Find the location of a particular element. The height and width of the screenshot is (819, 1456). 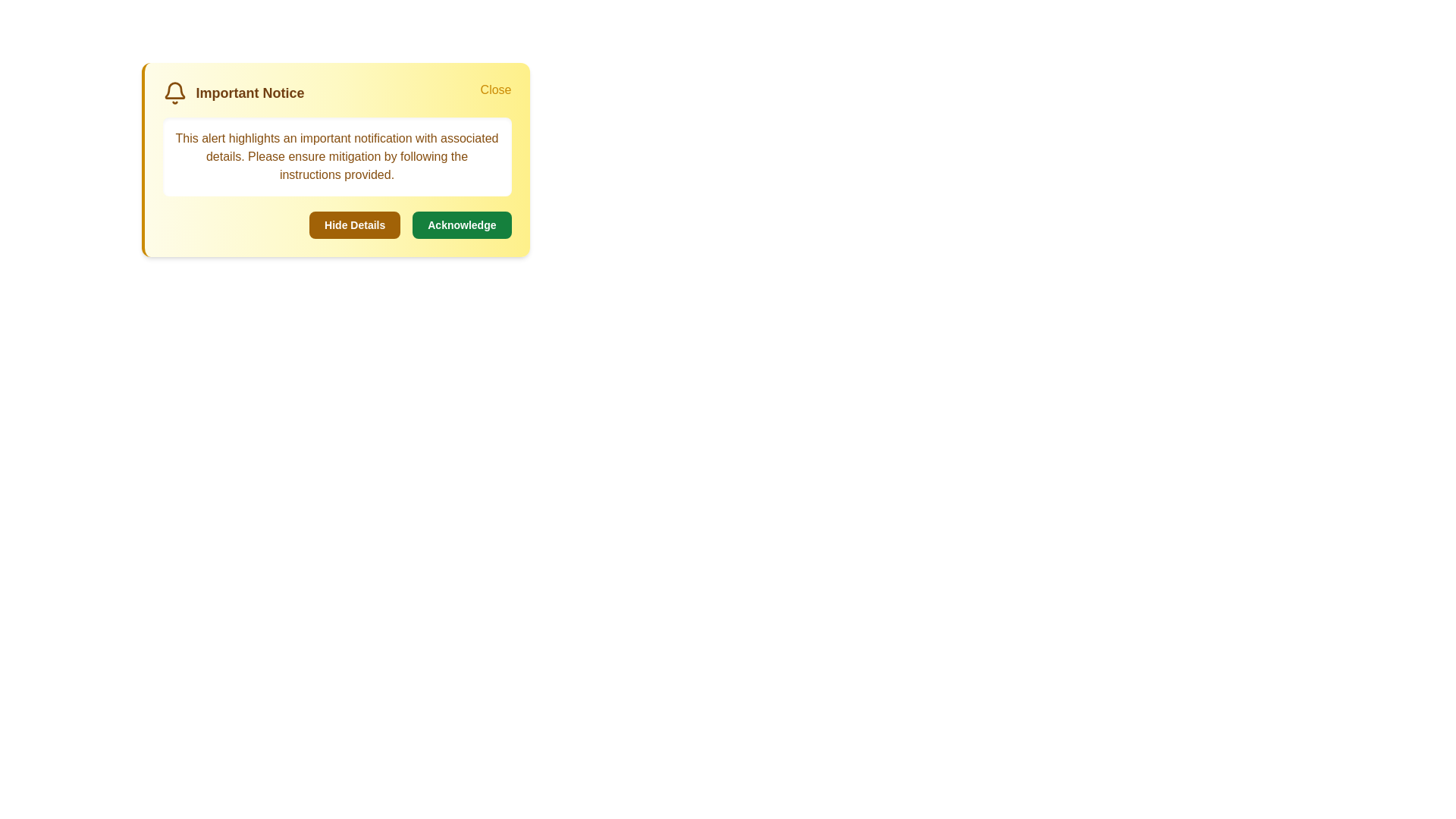

the title 'Important Notice' to focus or highlight it is located at coordinates (232, 93).